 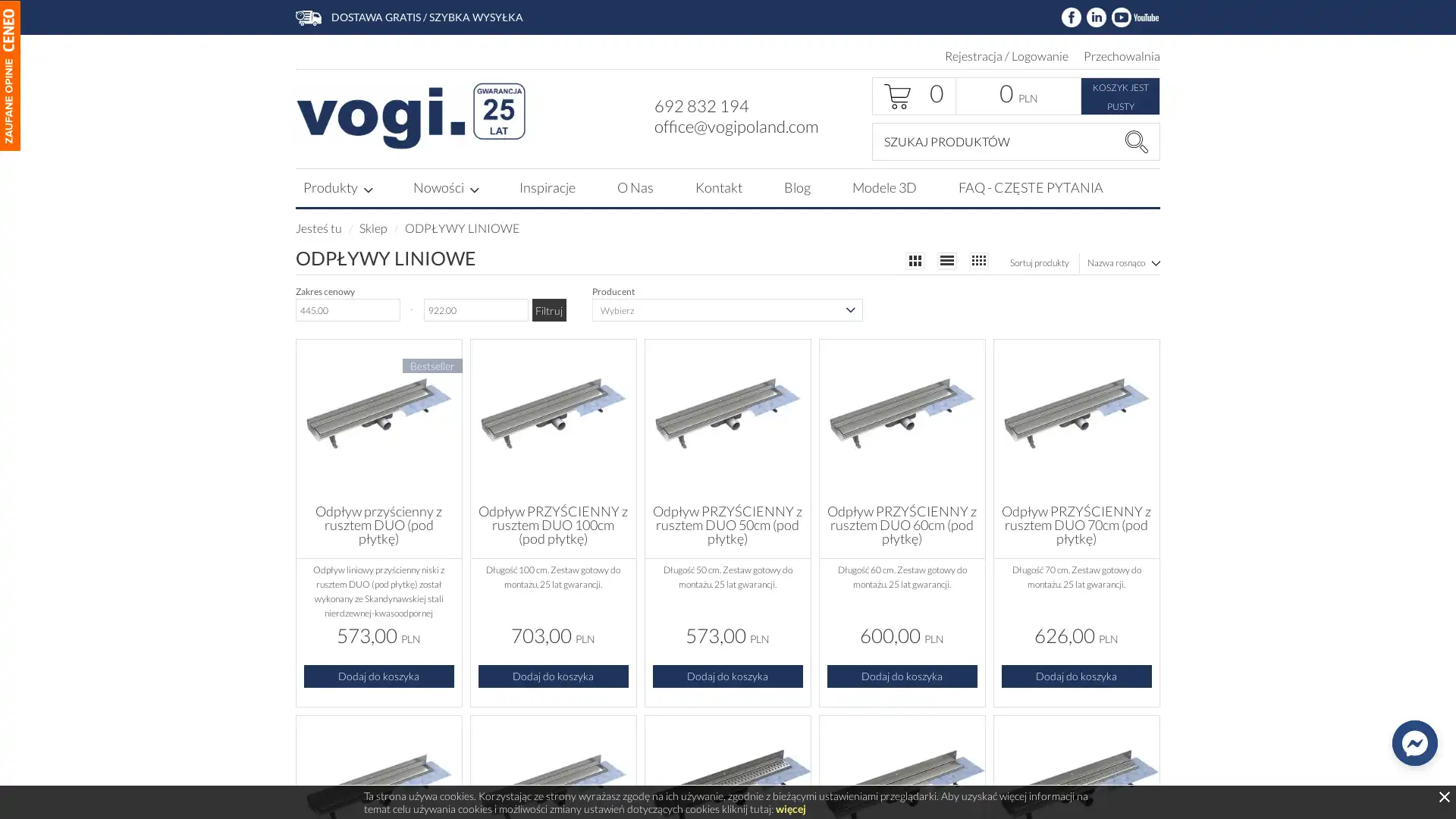 I want to click on Filtruj, so click(x=548, y=309).